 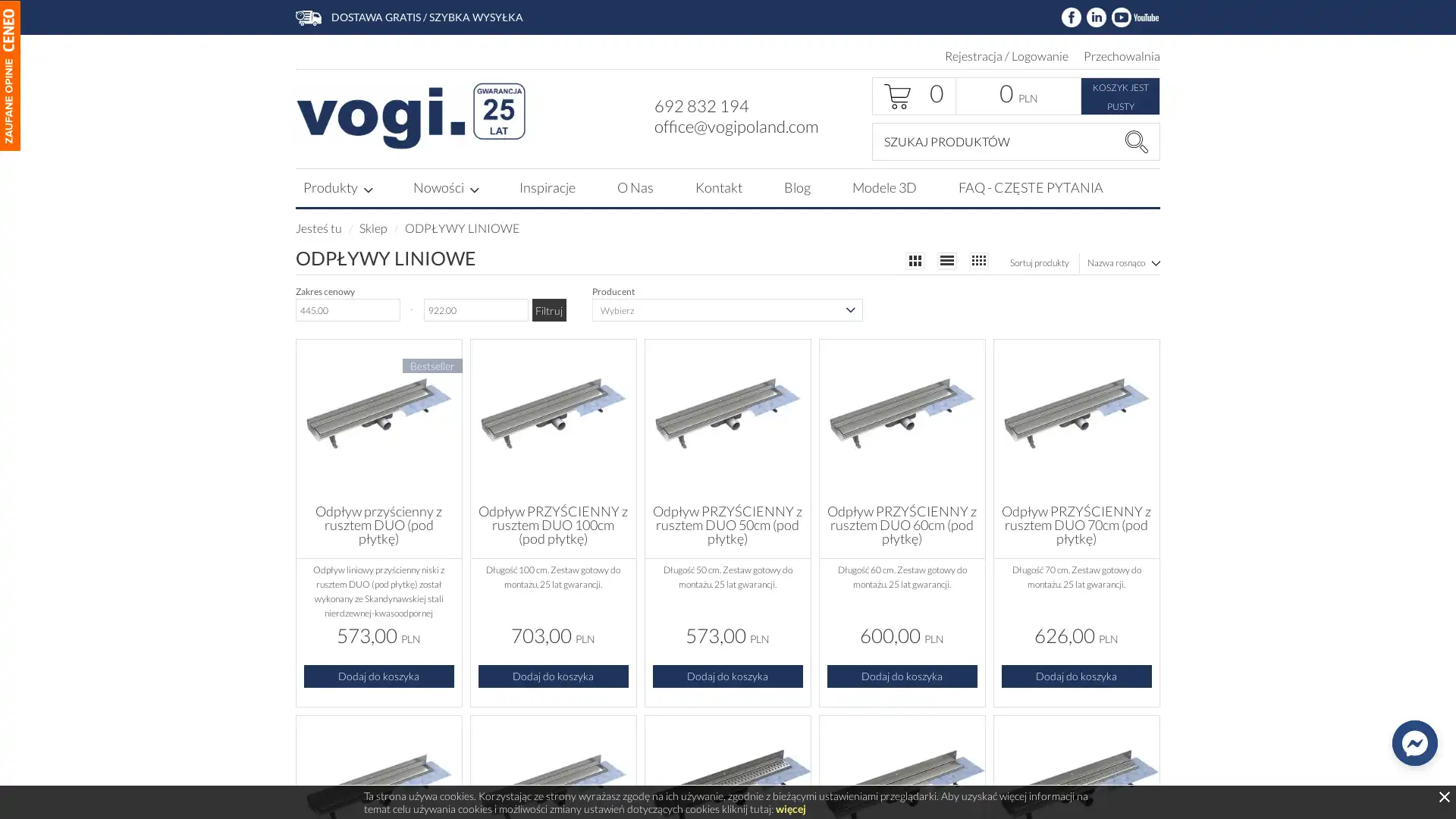 I want to click on Filtruj, so click(x=548, y=309).